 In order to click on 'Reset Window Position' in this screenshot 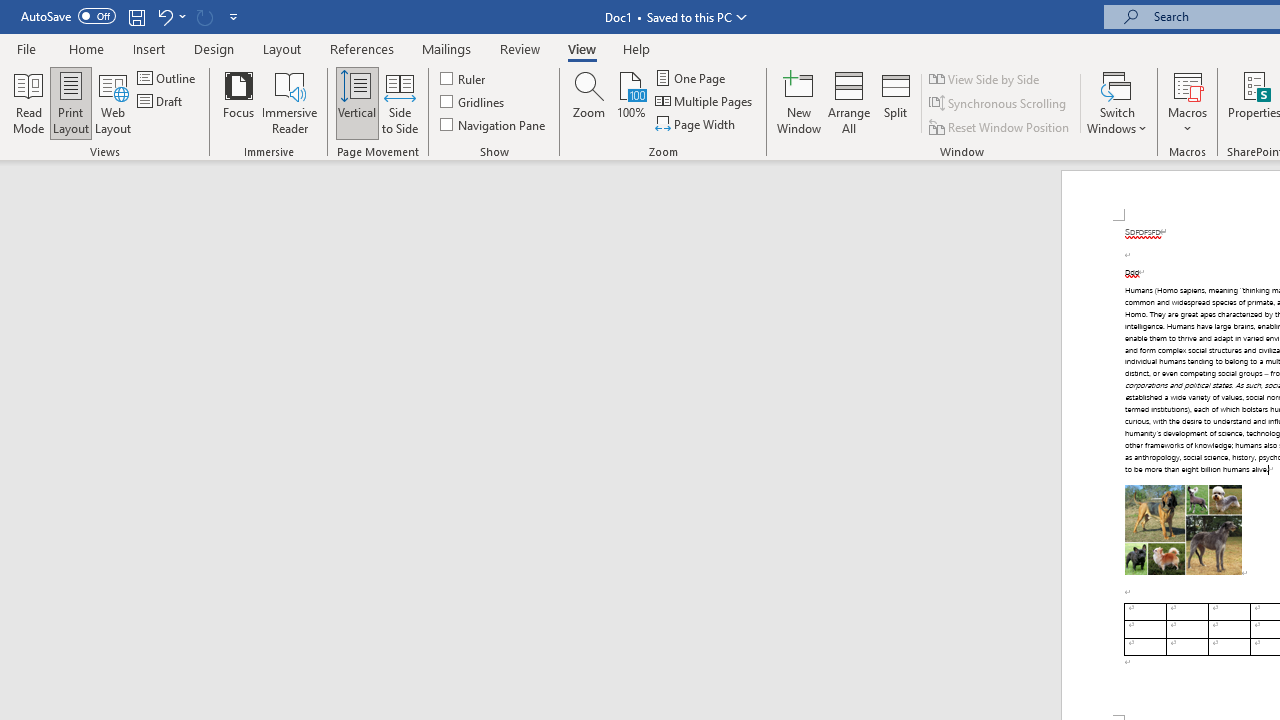, I will do `click(1000, 127)`.